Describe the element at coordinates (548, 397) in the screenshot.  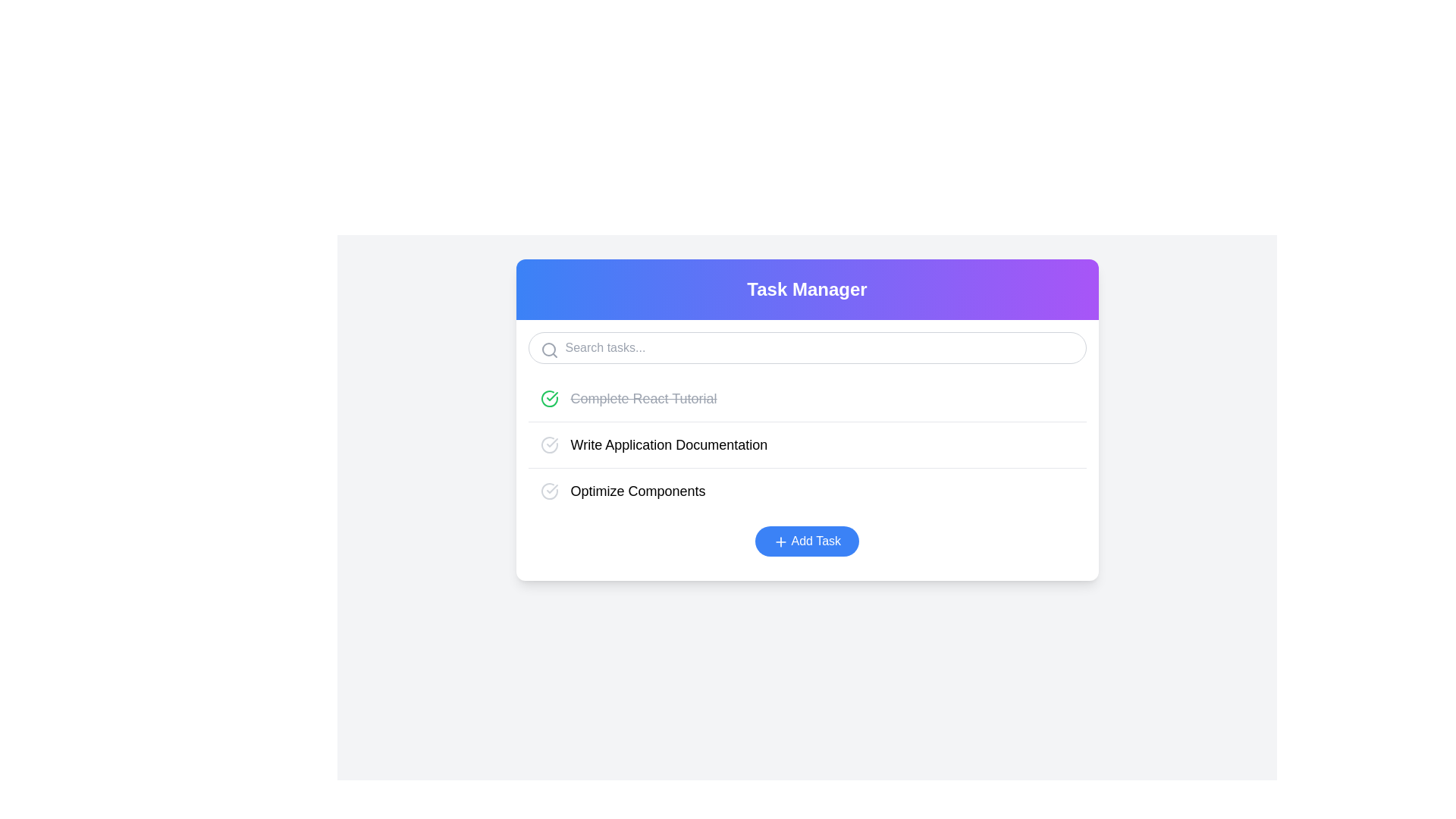
I see `the green checkmark icon indicating a completed status, which is located to the left of the text 'Complete React Tutorial'` at that location.